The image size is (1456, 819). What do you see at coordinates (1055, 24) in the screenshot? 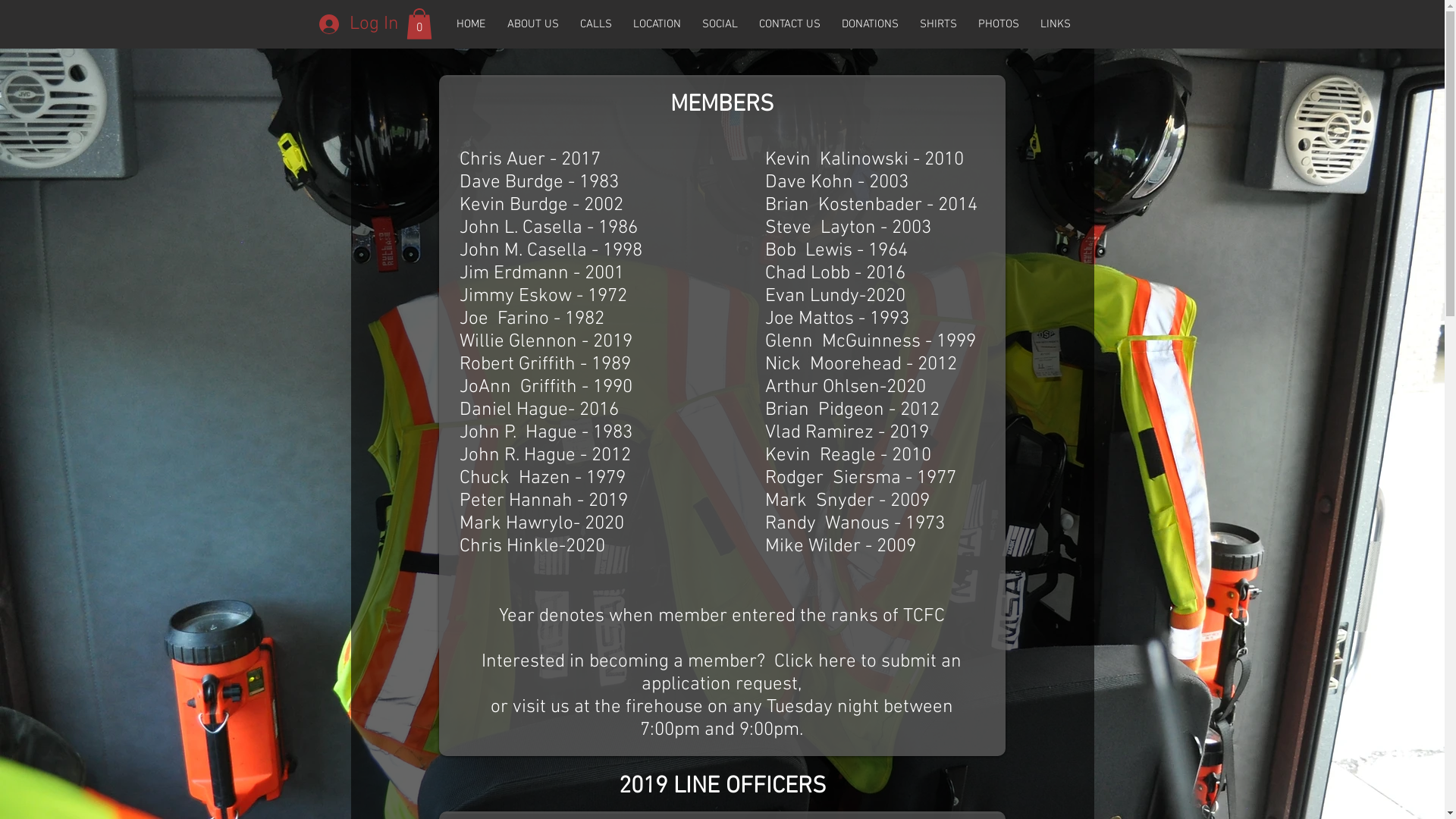
I see `'LINKS'` at bounding box center [1055, 24].